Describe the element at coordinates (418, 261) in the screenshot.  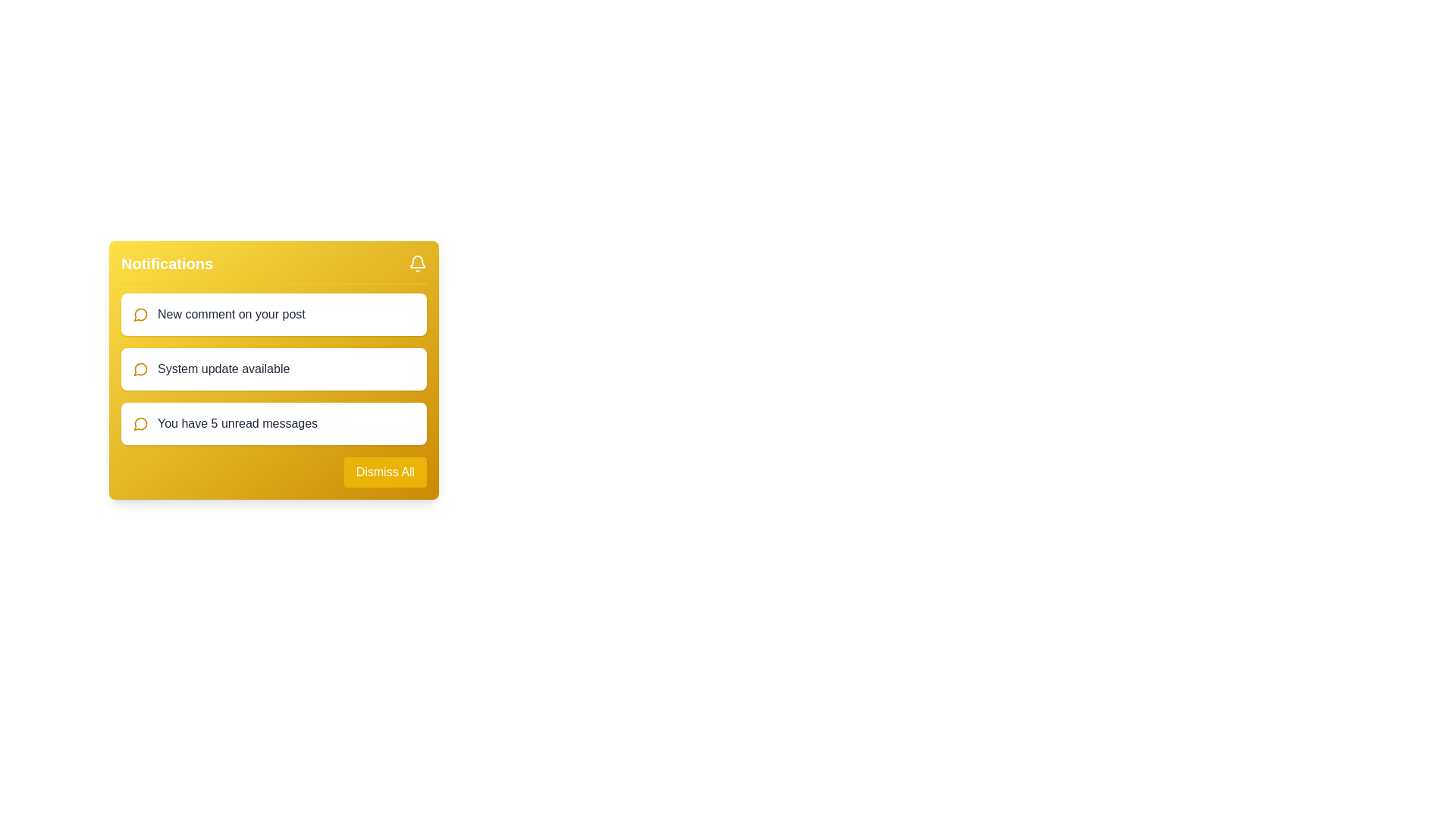
I see `the bell notification icon located at the top-right of the notification panel with a yellow background` at that location.